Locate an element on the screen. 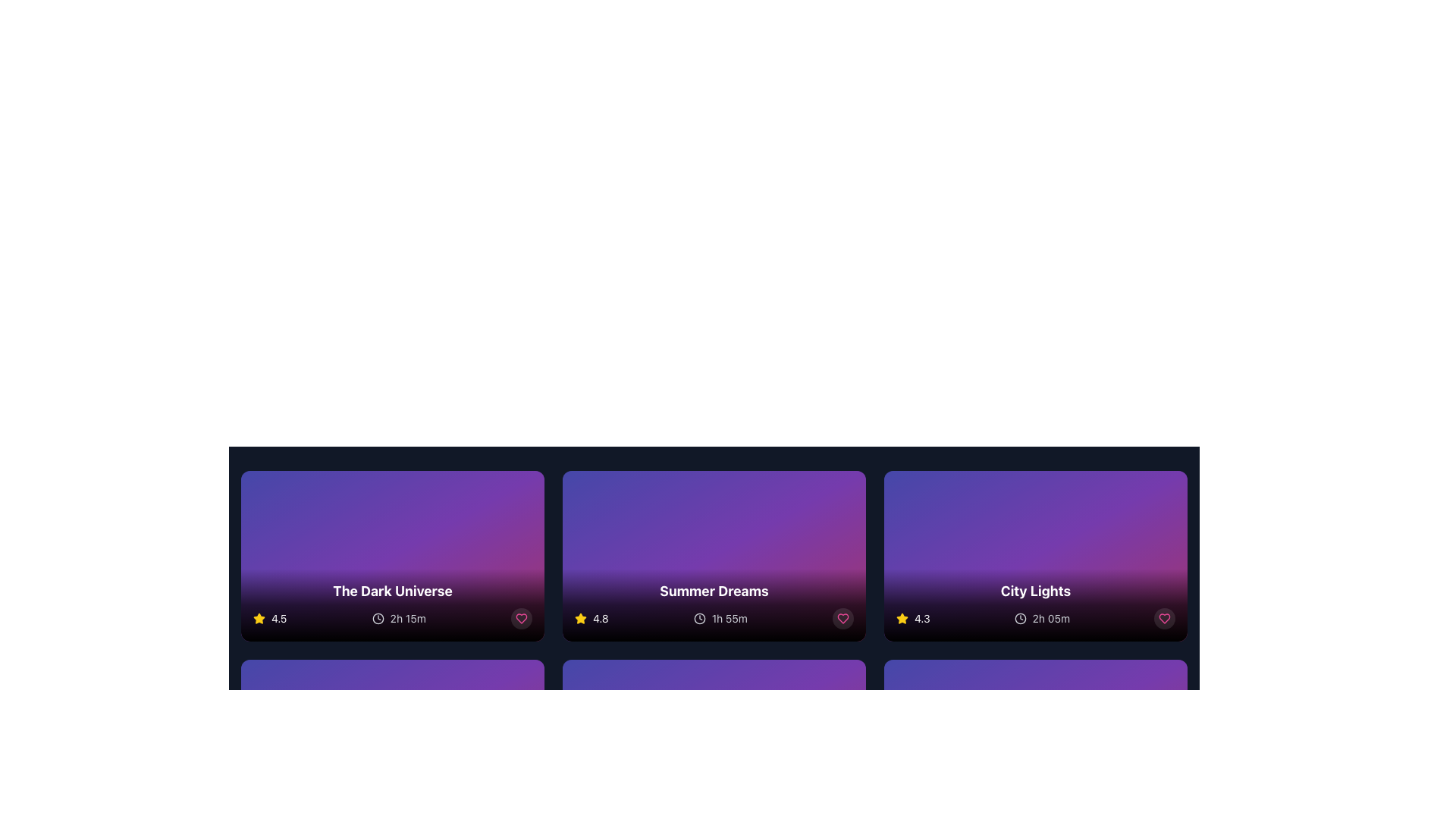 The height and width of the screenshot is (819, 1456). the text label displaying '1h 55m' located adjacent to the clock icon in the bottom section of the 'Summer Dreams' card is located at coordinates (713, 619).